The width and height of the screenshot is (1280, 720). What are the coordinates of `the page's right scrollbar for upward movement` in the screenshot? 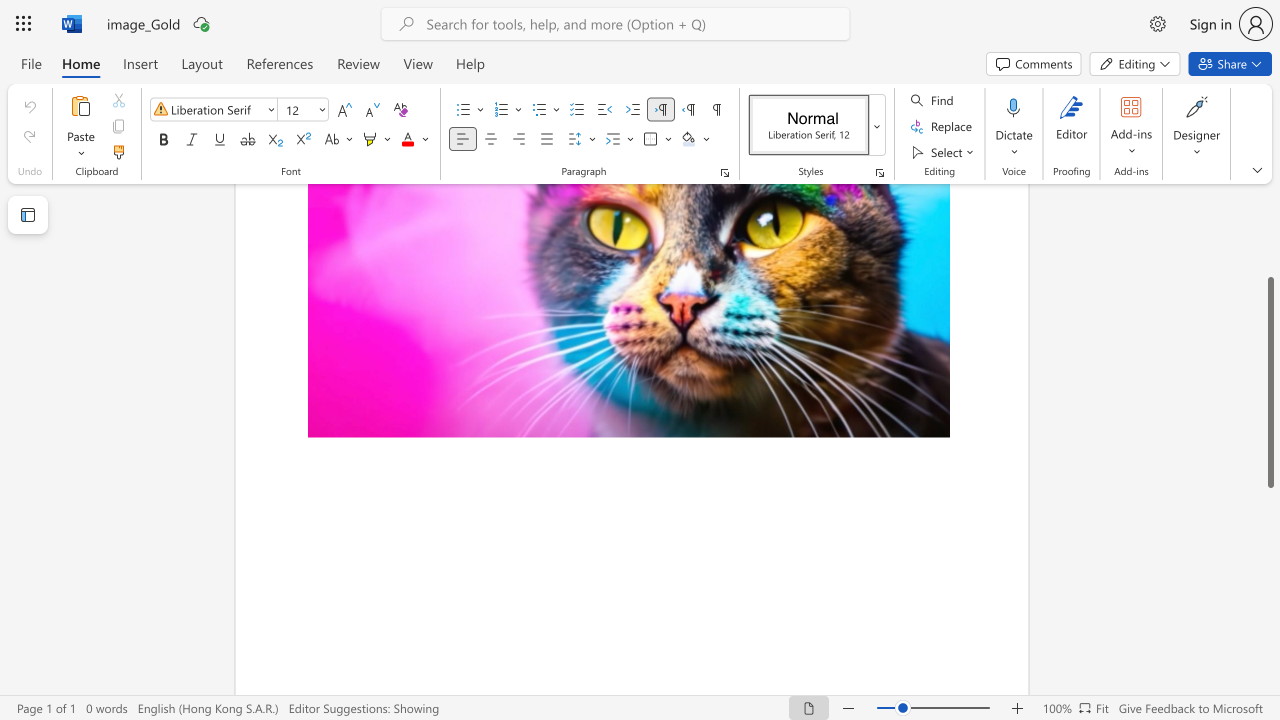 It's located at (1269, 220).